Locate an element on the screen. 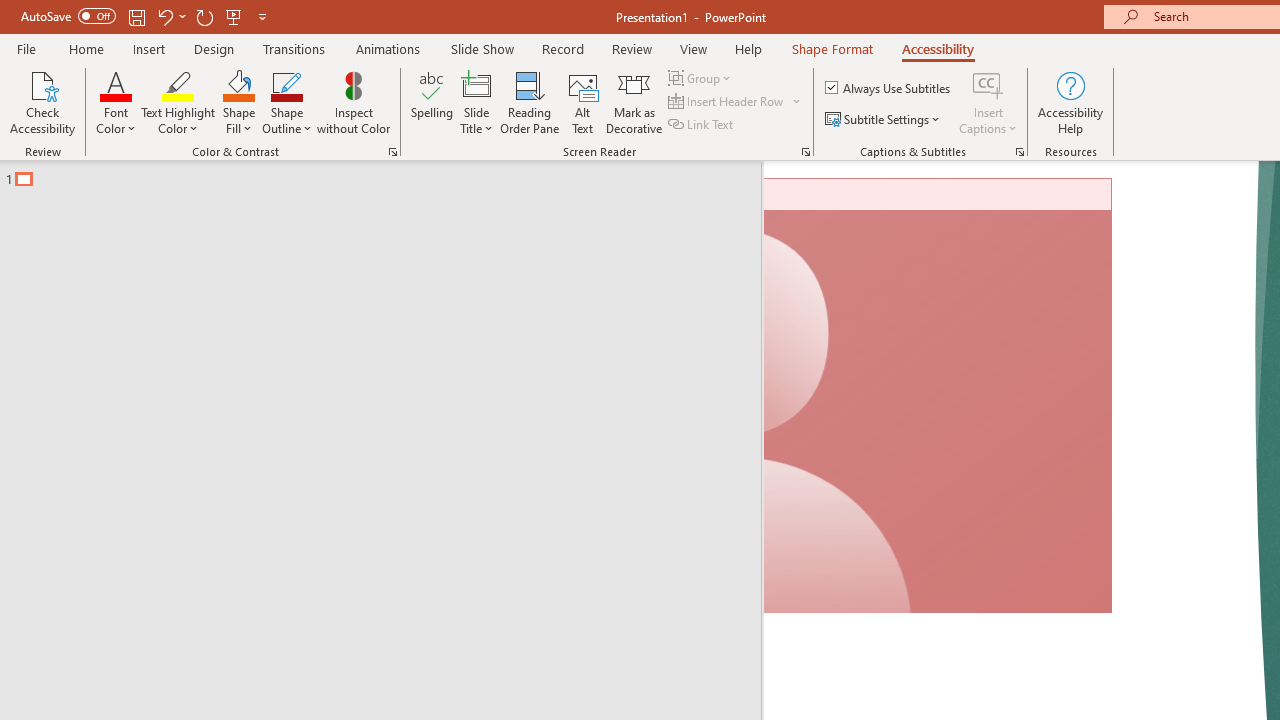  'Font Color Red' is located at coordinates (115, 84).